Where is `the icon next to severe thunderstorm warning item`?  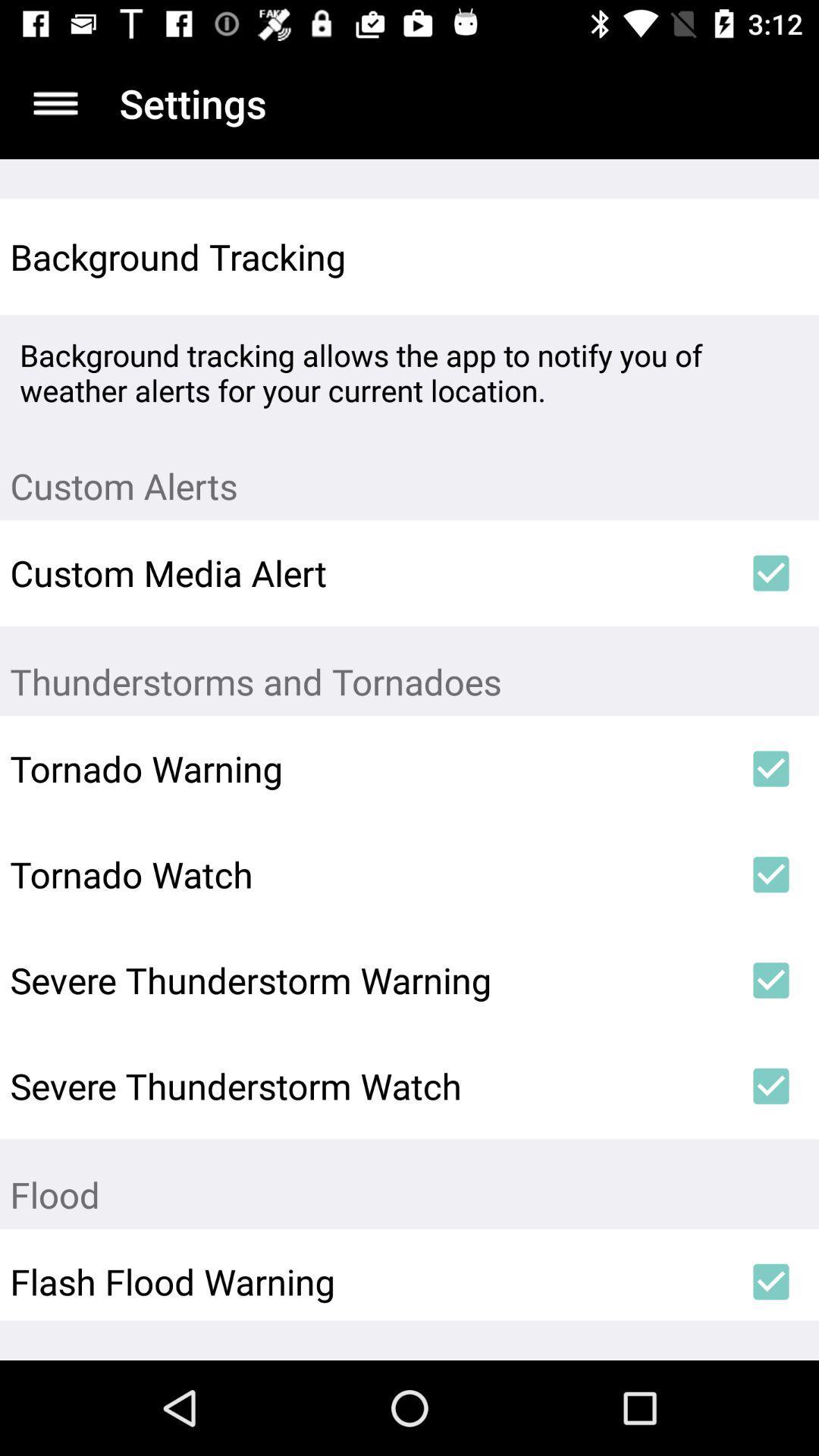 the icon next to severe thunderstorm warning item is located at coordinates (771, 980).